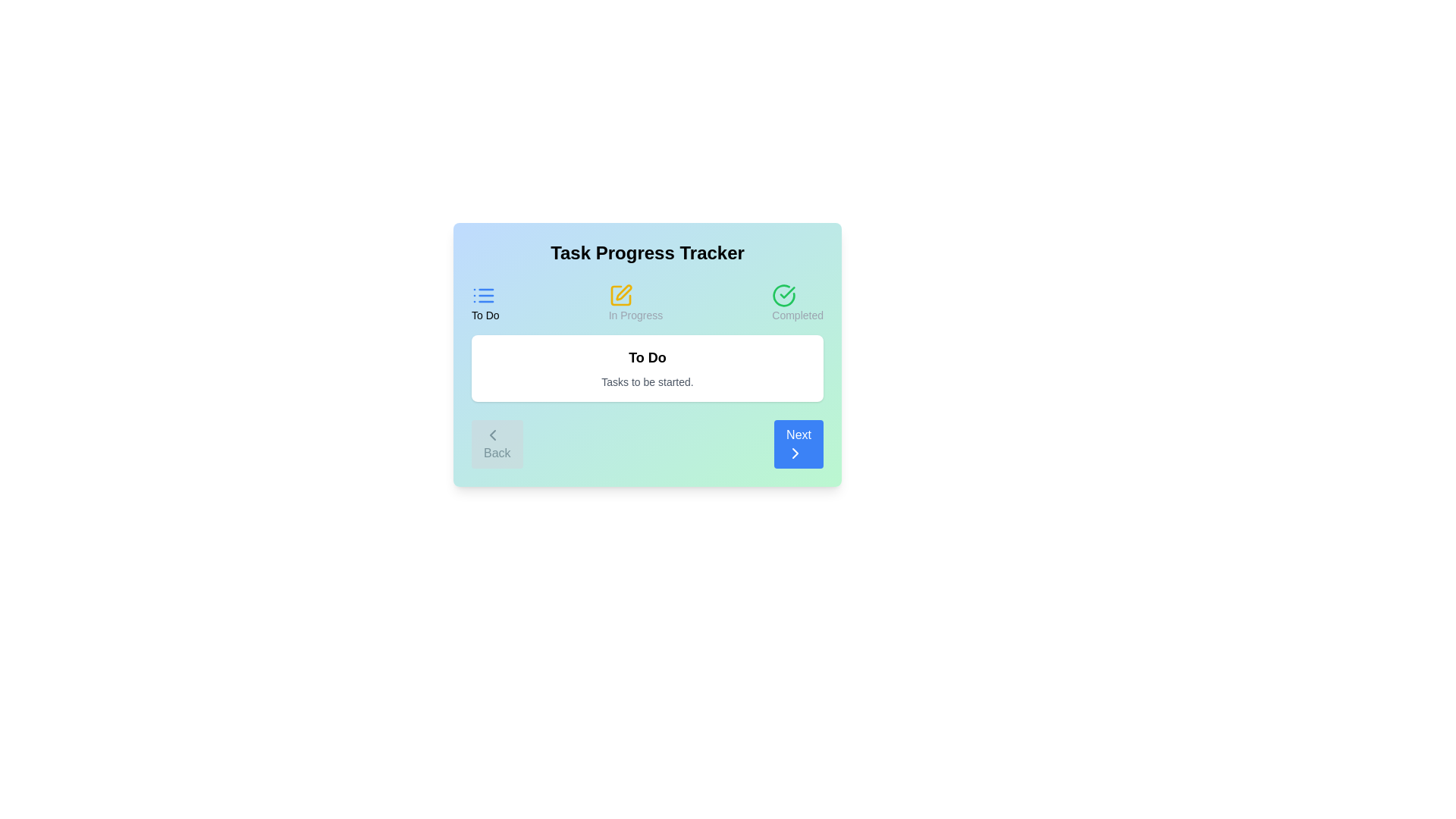 The width and height of the screenshot is (1456, 819). I want to click on the icon for the step Completed to view its details, so click(783, 295).